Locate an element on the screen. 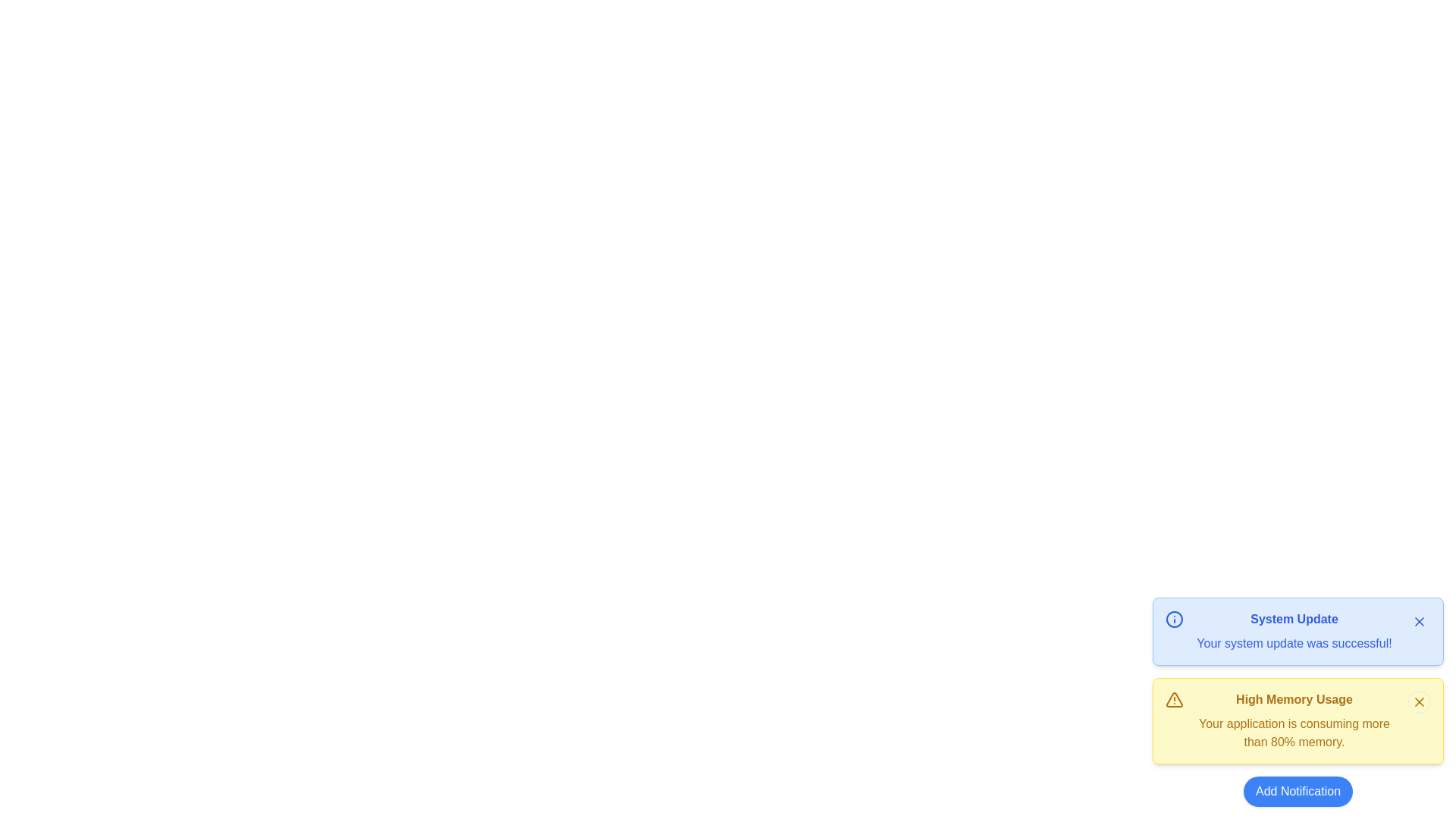 The height and width of the screenshot is (819, 1456). the close button located in the top-right corner of the blue notification card labeled 'System Update' is located at coordinates (1419, 622).